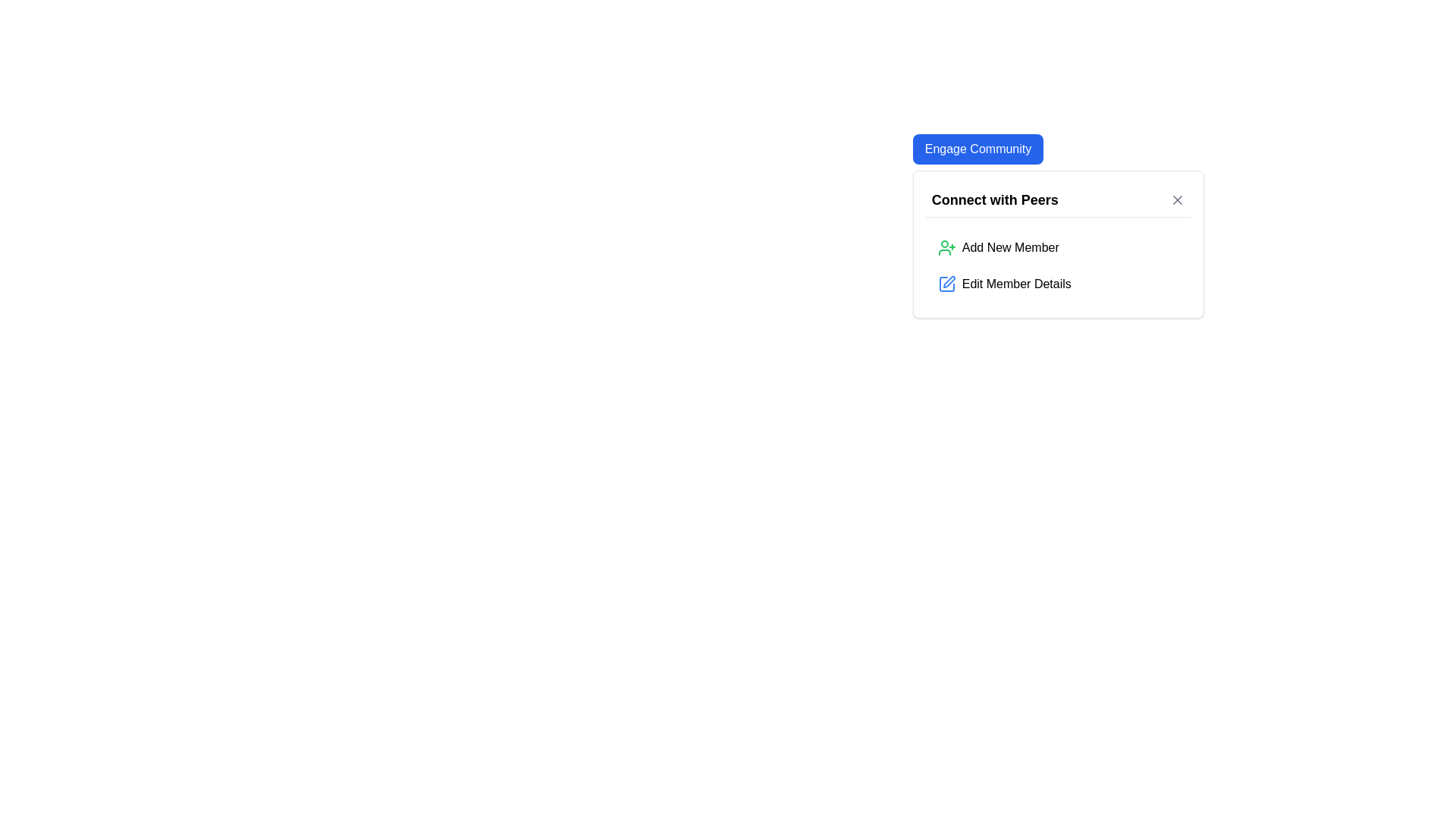 Image resolution: width=1456 pixels, height=819 pixels. I want to click on the user-addition icon styled in green, located inside the 'Add New Member' button within the 'Connect with Peers' card layout, so click(946, 247).